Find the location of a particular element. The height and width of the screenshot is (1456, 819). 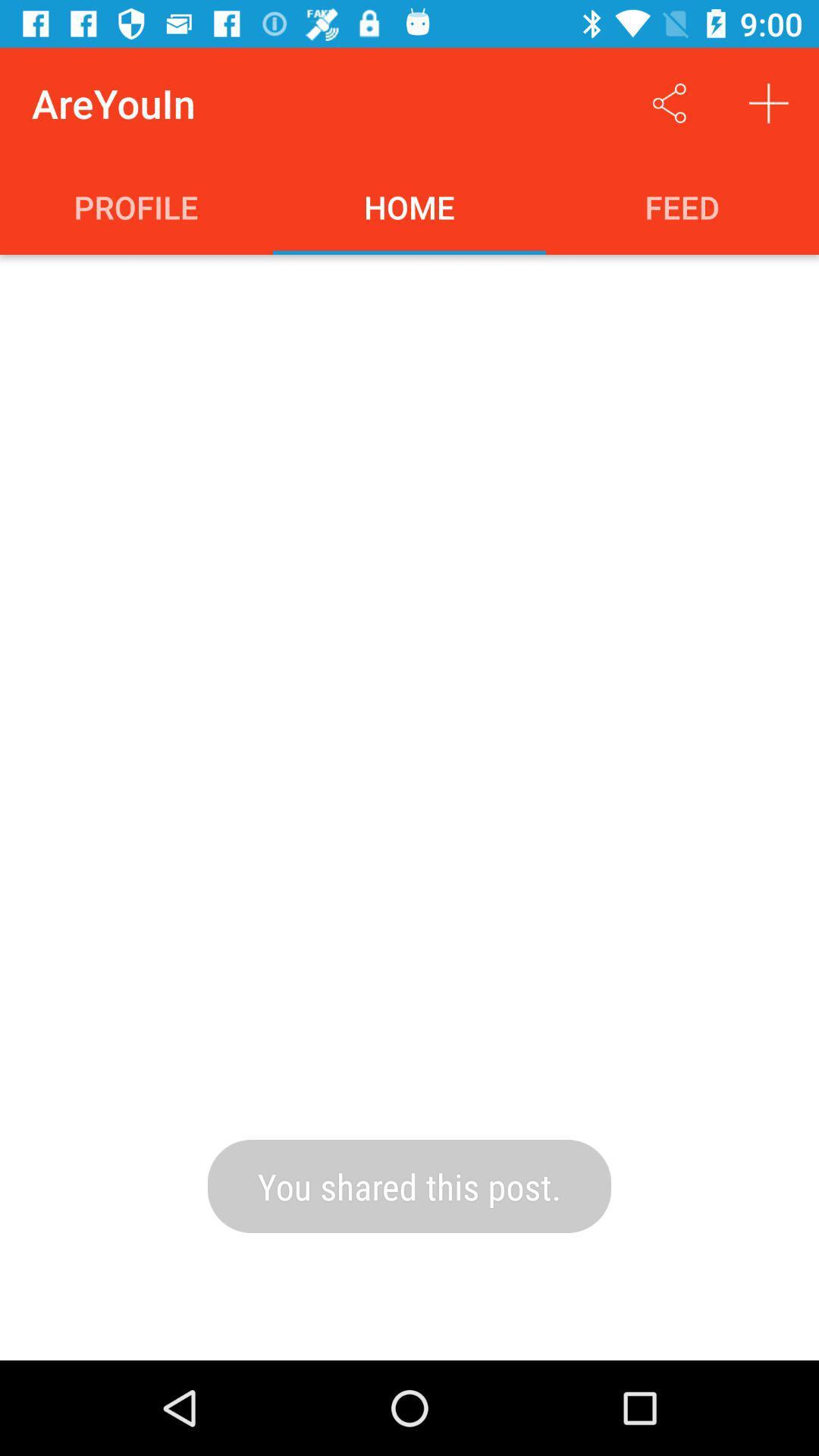

new post is located at coordinates (769, 102).